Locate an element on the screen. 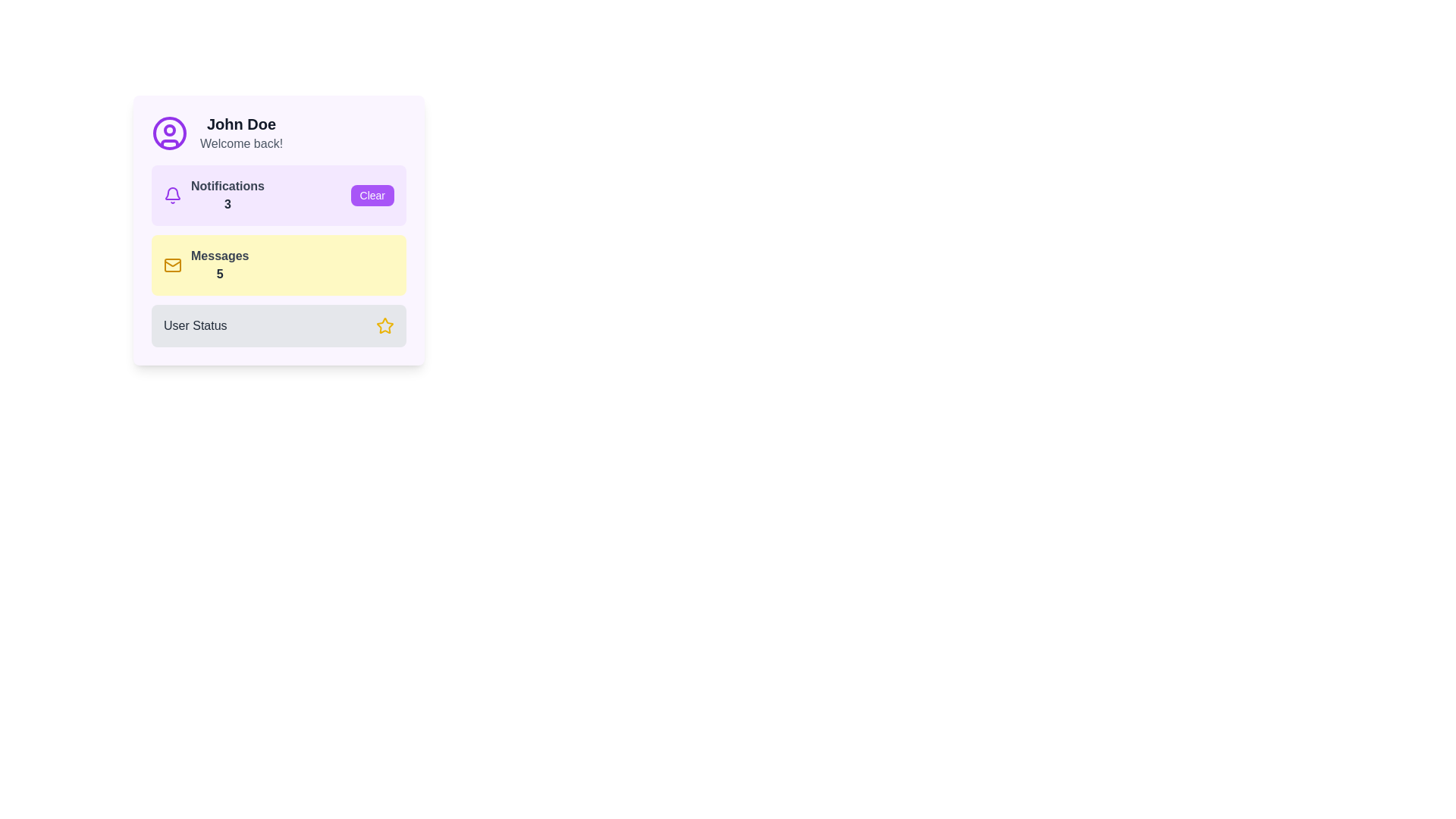 The height and width of the screenshot is (819, 1456). the SVG circle component with a purple outline that is part of the user profile icon, located in the upper-left corner of the widget near the greeting text 'John Doe' is located at coordinates (170, 133).